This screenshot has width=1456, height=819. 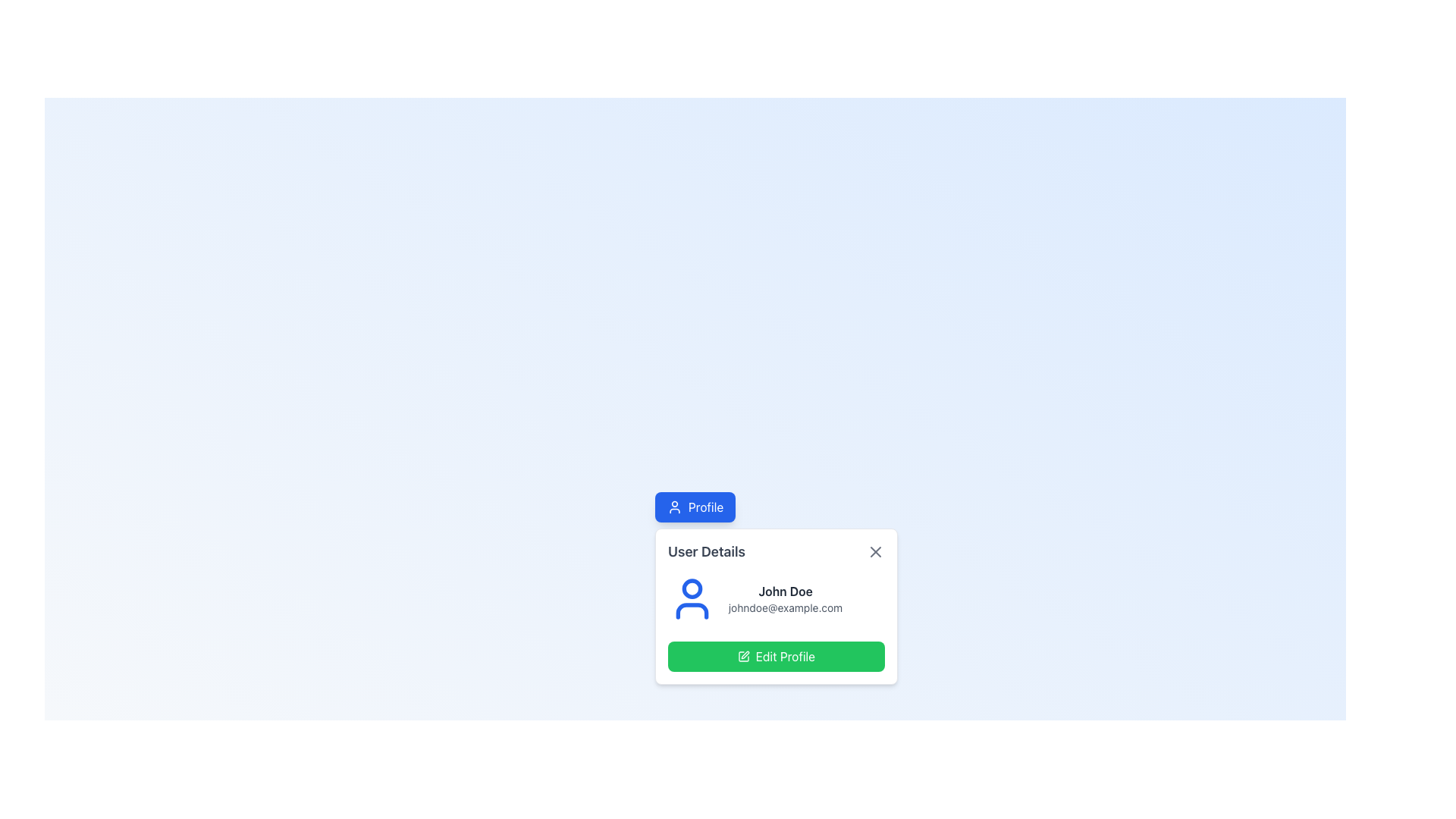 What do you see at coordinates (776, 656) in the screenshot?
I see `the green 'Edit Profile' button with rounded corners to initiate profile editing` at bounding box center [776, 656].